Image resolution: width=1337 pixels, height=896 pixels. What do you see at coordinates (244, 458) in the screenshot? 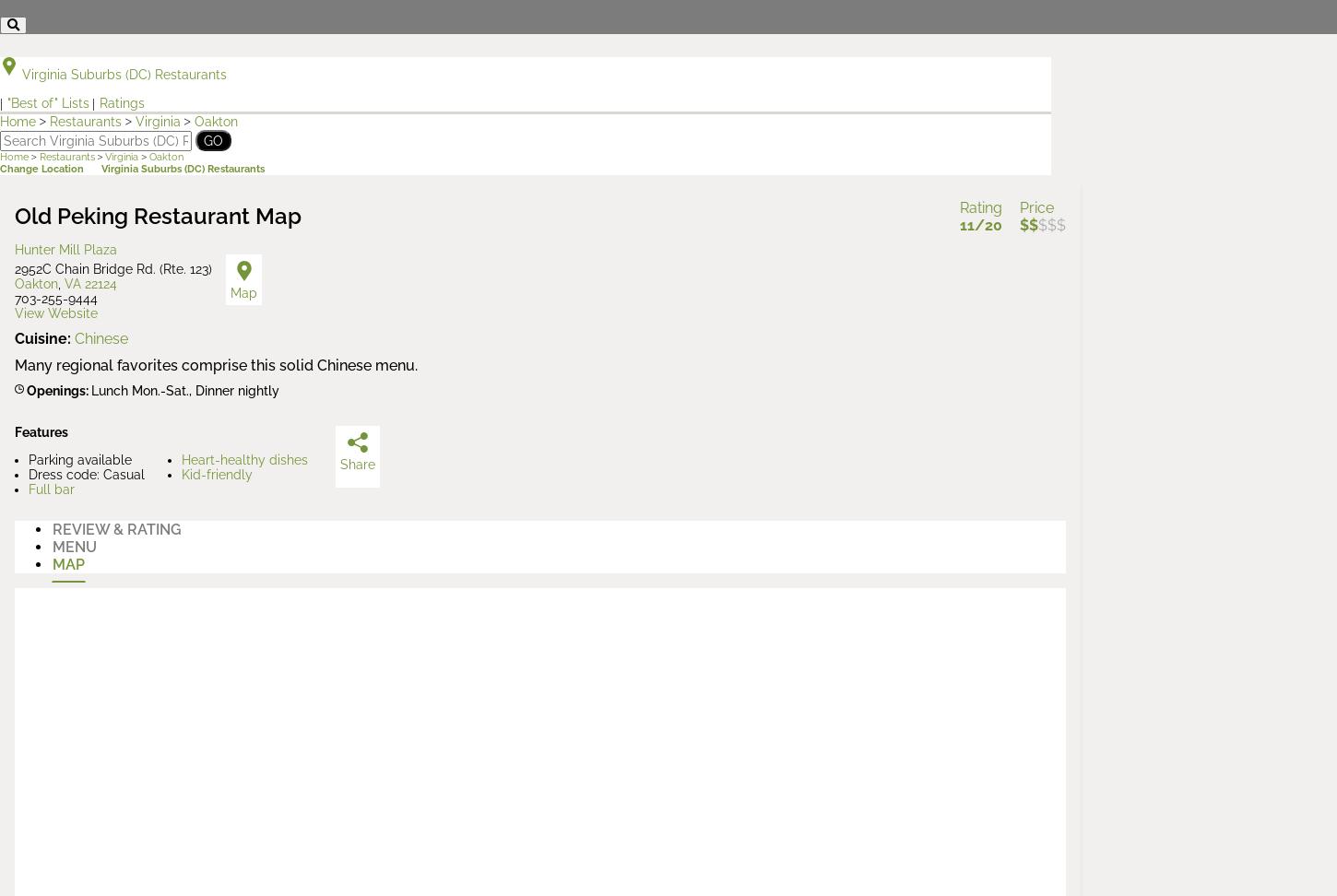
I see `'Heart-healthy dishes'` at bounding box center [244, 458].